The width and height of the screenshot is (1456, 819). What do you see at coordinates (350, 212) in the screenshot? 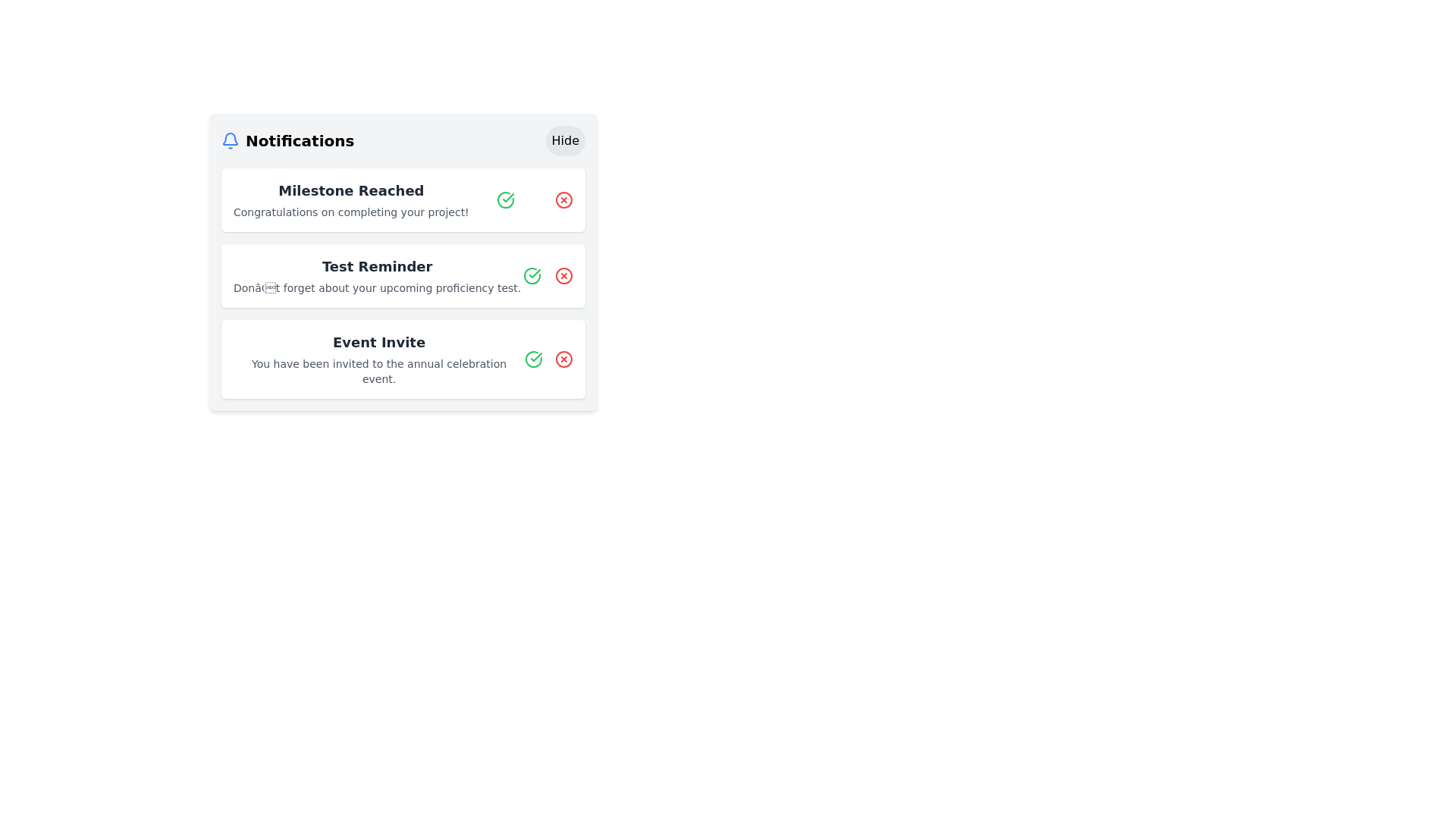
I see `detailed message provided in the text label located under the 'Milestone Reached' title in the first notification card of the 'Notifications' section` at bounding box center [350, 212].